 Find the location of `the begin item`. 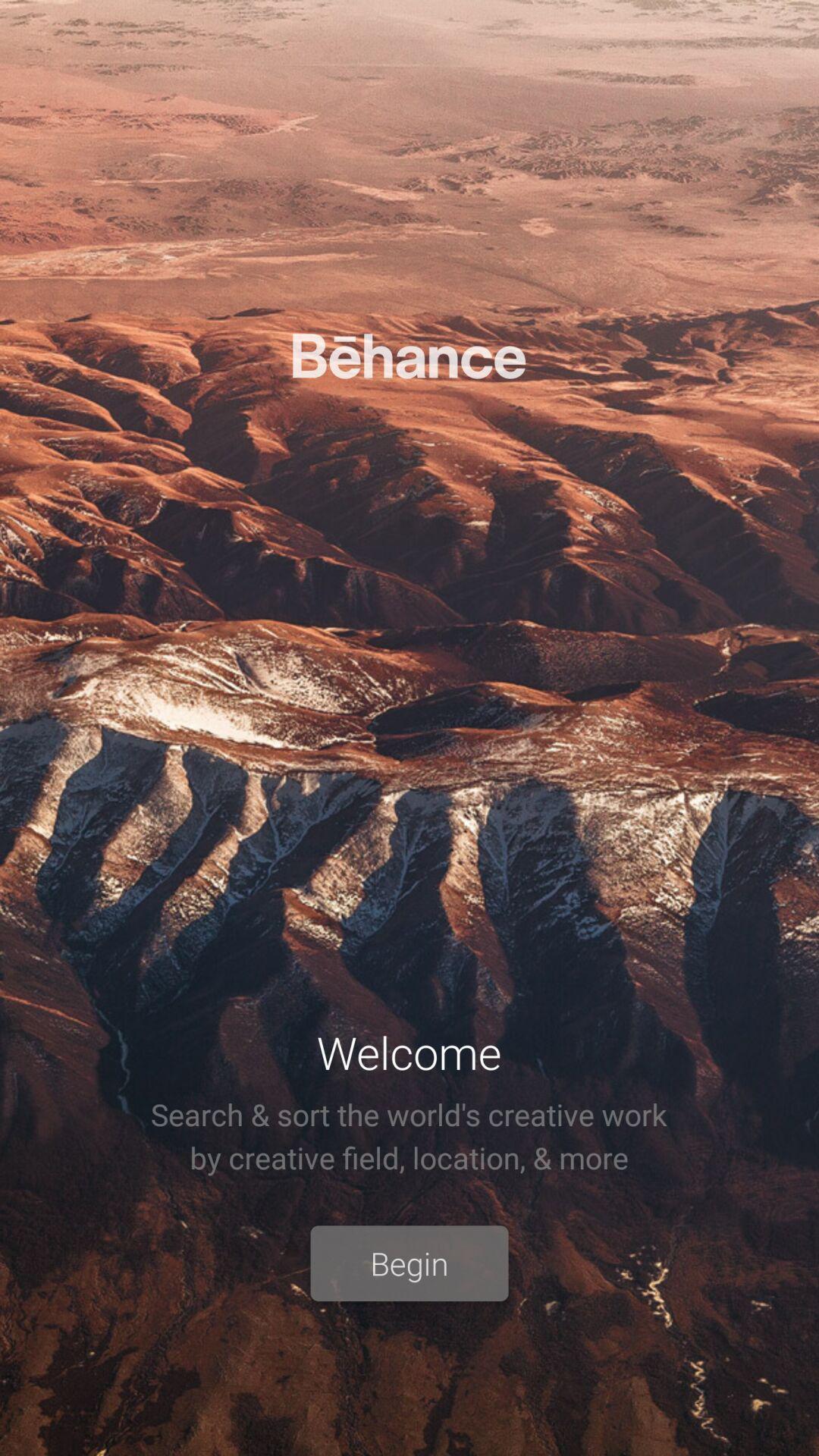

the begin item is located at coordinates (409, 1263).